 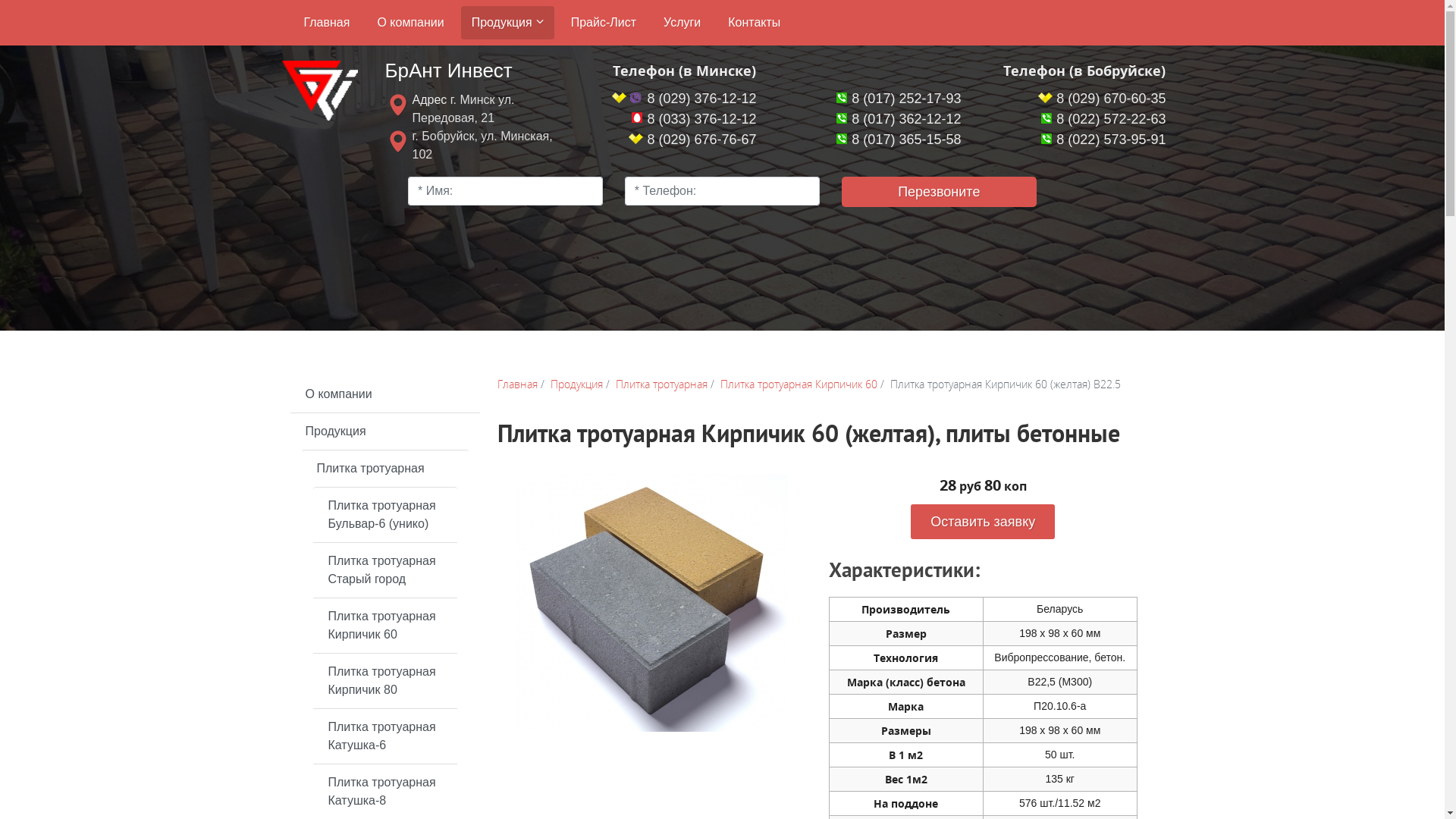 I want to click on '8 (029) 676-76-67', so click(x=691, y=140).